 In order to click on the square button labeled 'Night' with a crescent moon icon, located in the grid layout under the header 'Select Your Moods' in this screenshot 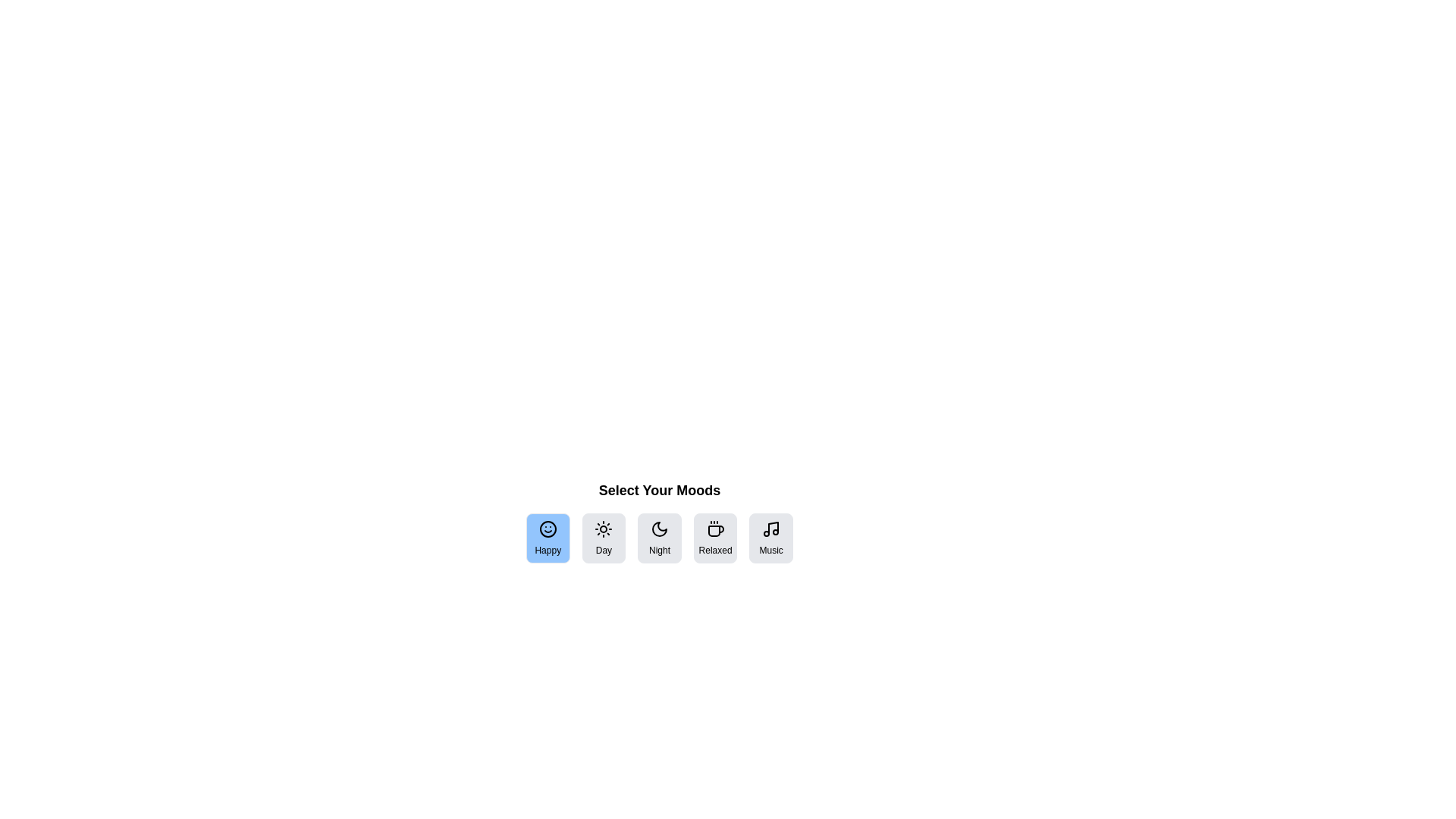, I will do `click(659, 537)`.